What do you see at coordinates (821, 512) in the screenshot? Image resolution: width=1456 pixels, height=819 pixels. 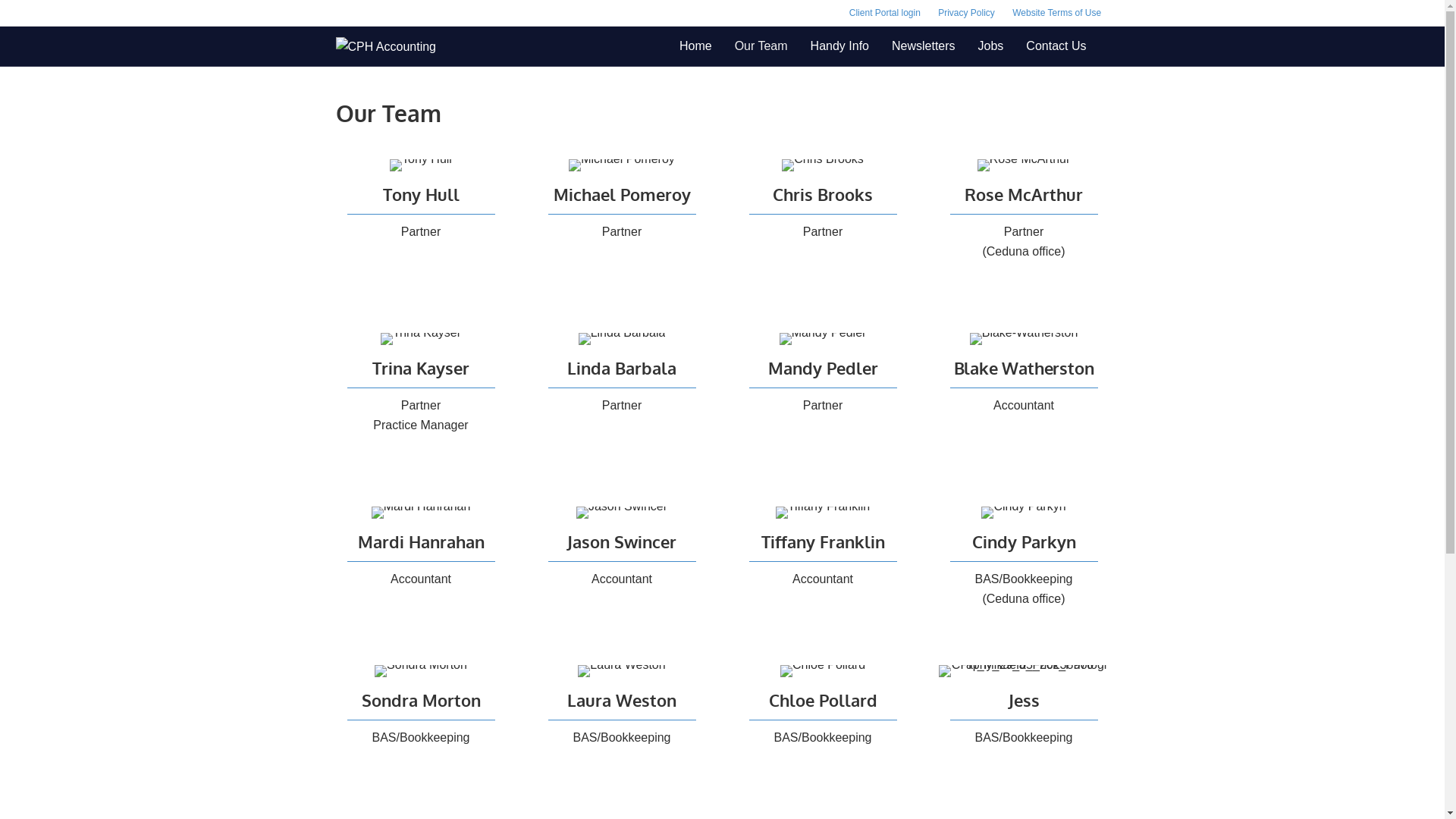 I see `'Tiffany-Franklin'` at bounding box center [821, 512].